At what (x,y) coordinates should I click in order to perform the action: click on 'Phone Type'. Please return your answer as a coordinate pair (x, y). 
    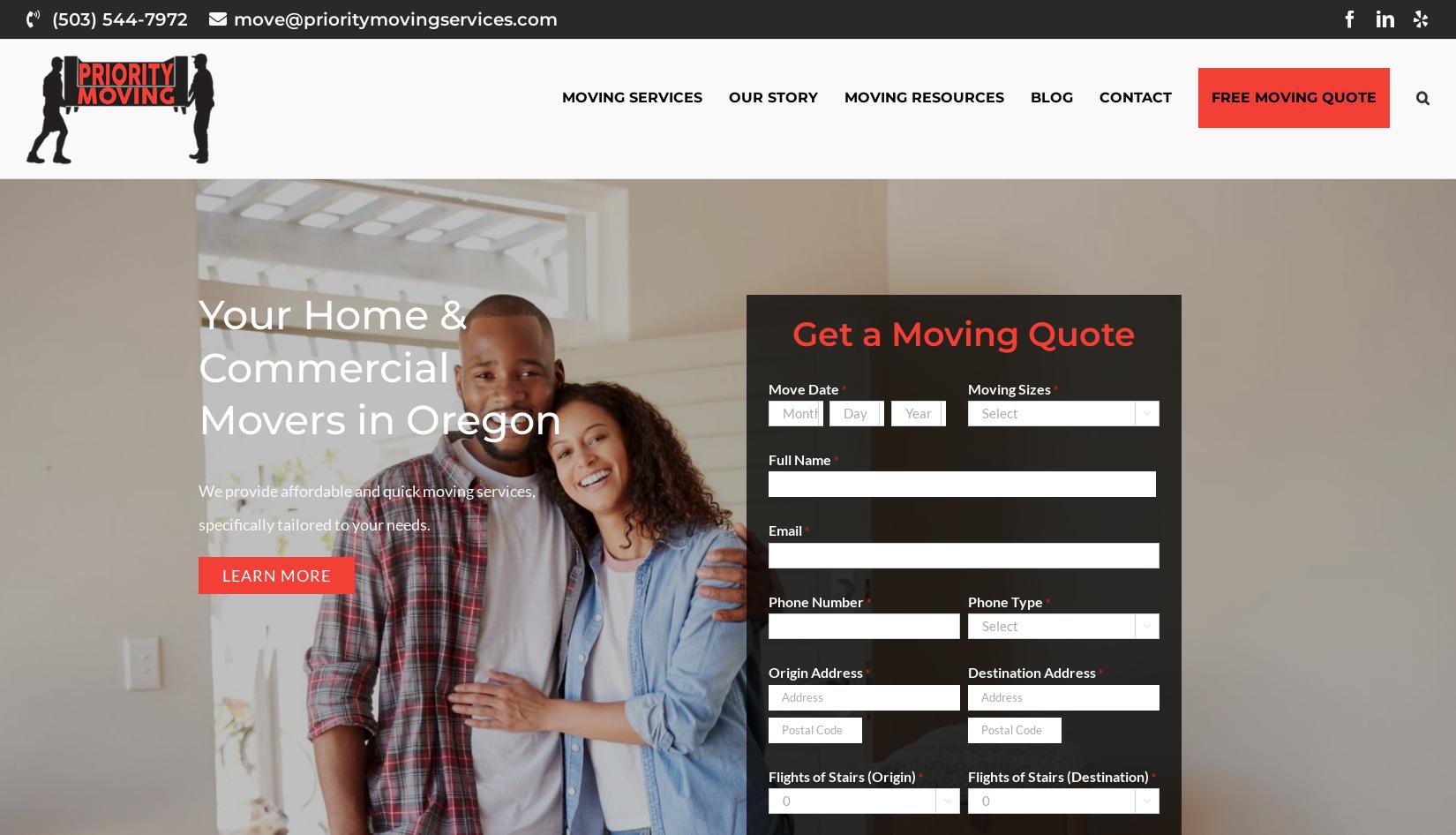
    Looking at the image, I should click on (1004, 600).